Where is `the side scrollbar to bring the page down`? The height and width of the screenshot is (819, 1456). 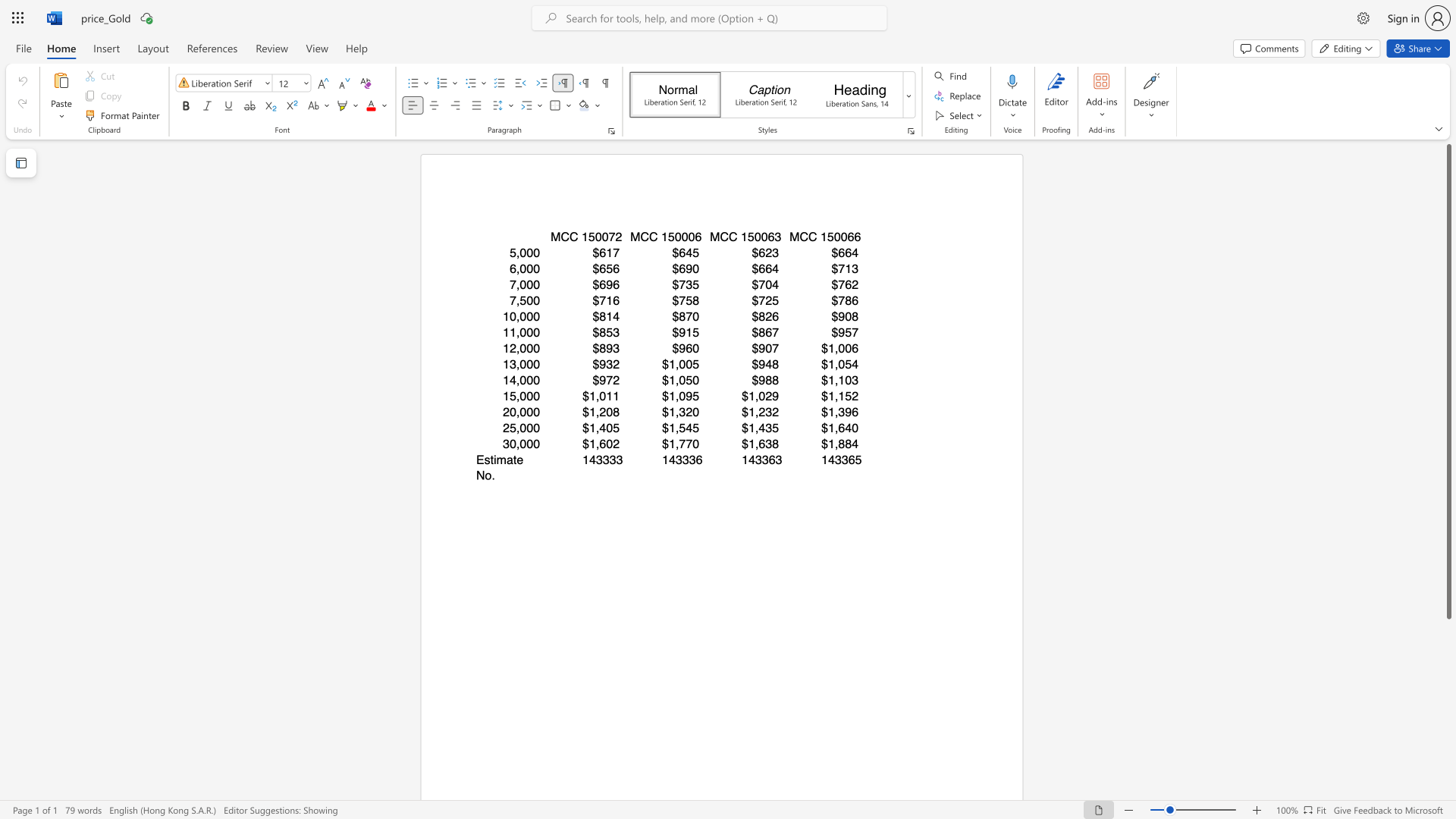 the side scrollbar to bring the page down is located at coordinates (1448, 751).